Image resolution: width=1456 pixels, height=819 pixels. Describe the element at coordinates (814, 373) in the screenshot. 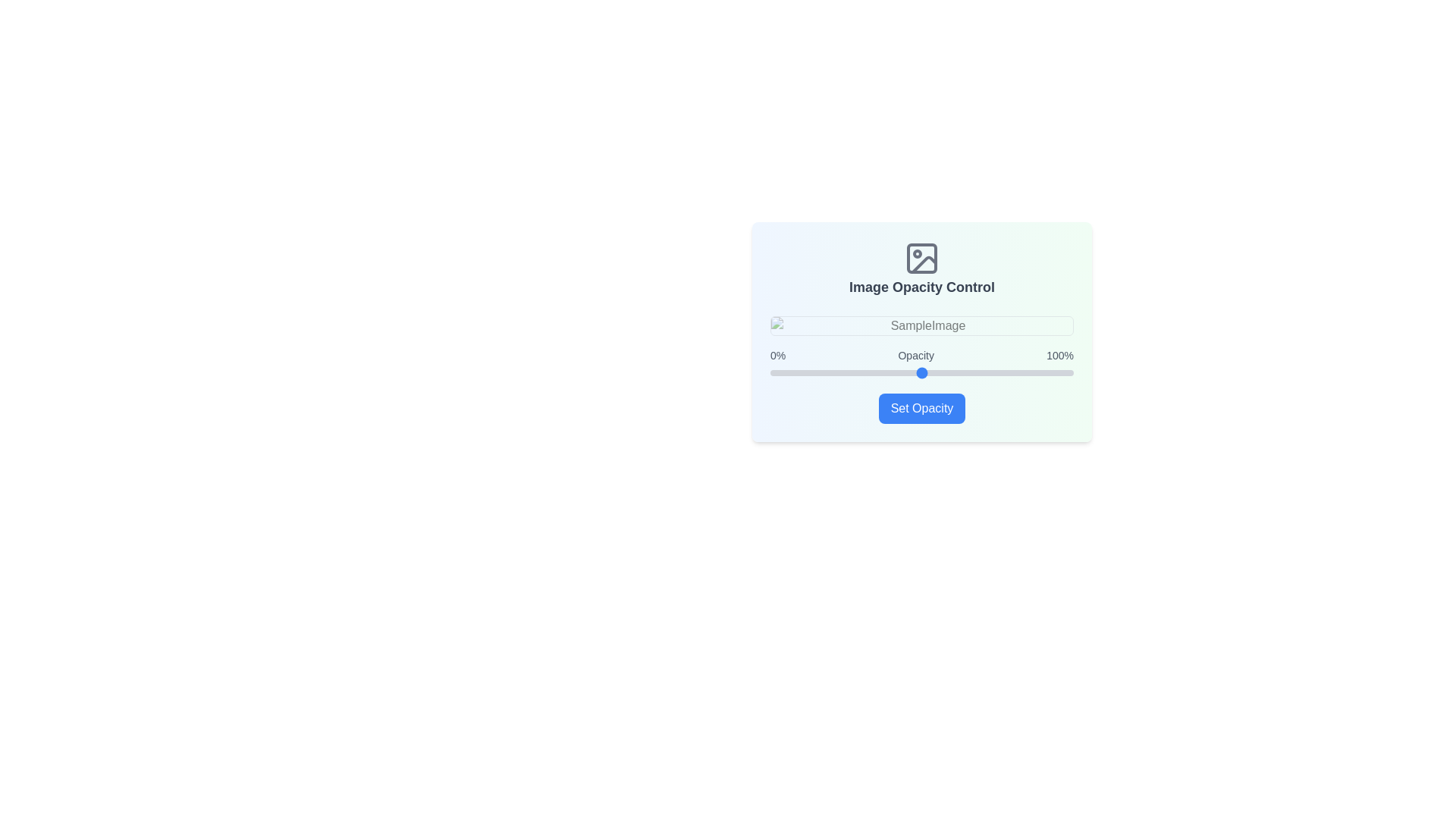

I see `the opacity slider to set the opacity to 15%` at that location.